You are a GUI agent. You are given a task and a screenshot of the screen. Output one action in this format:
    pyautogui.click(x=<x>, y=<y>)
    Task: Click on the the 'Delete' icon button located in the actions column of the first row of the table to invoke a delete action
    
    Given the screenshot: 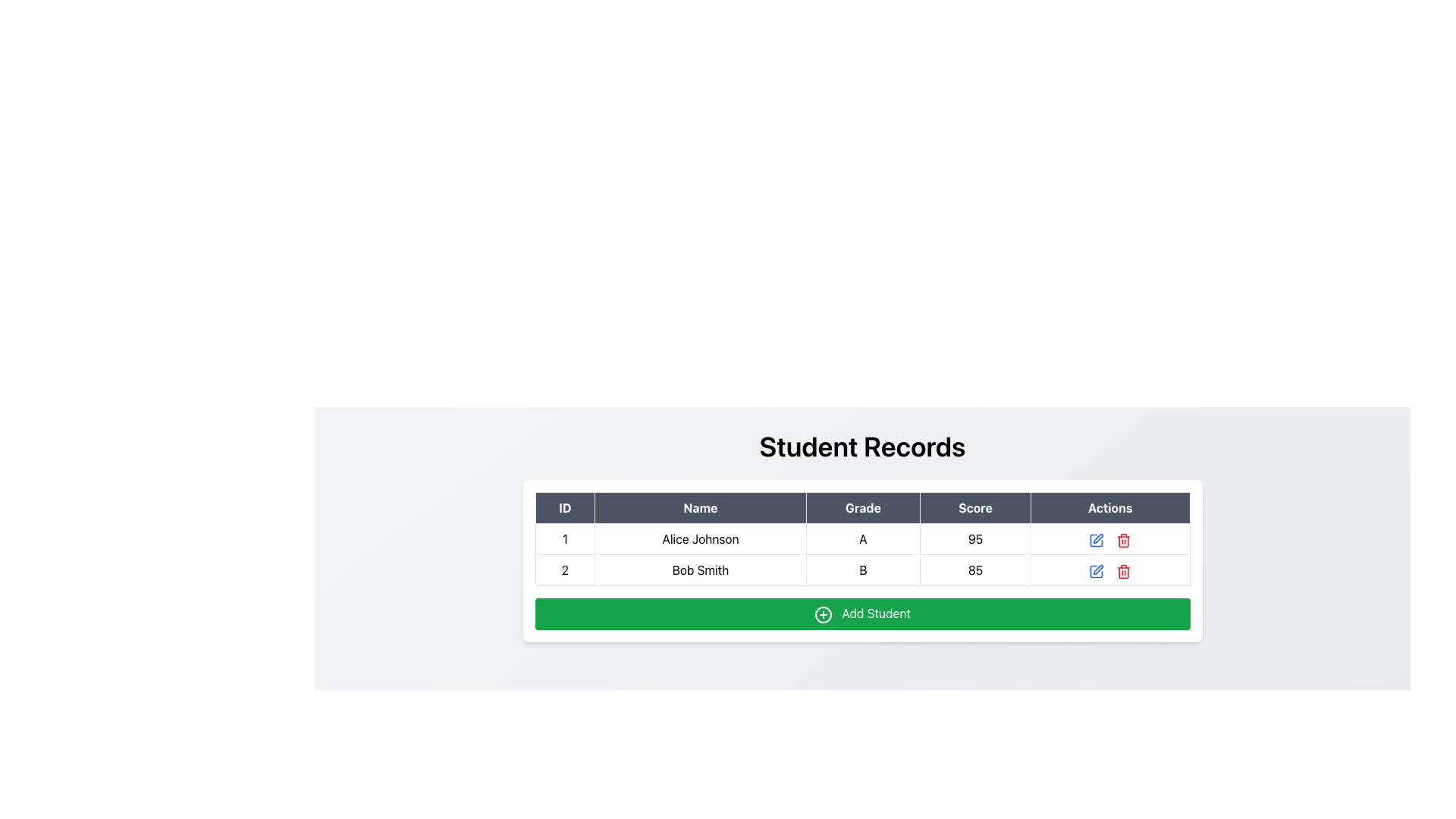 What is the action you would take?
    pyautogui.click(x=1124, y=539)
    